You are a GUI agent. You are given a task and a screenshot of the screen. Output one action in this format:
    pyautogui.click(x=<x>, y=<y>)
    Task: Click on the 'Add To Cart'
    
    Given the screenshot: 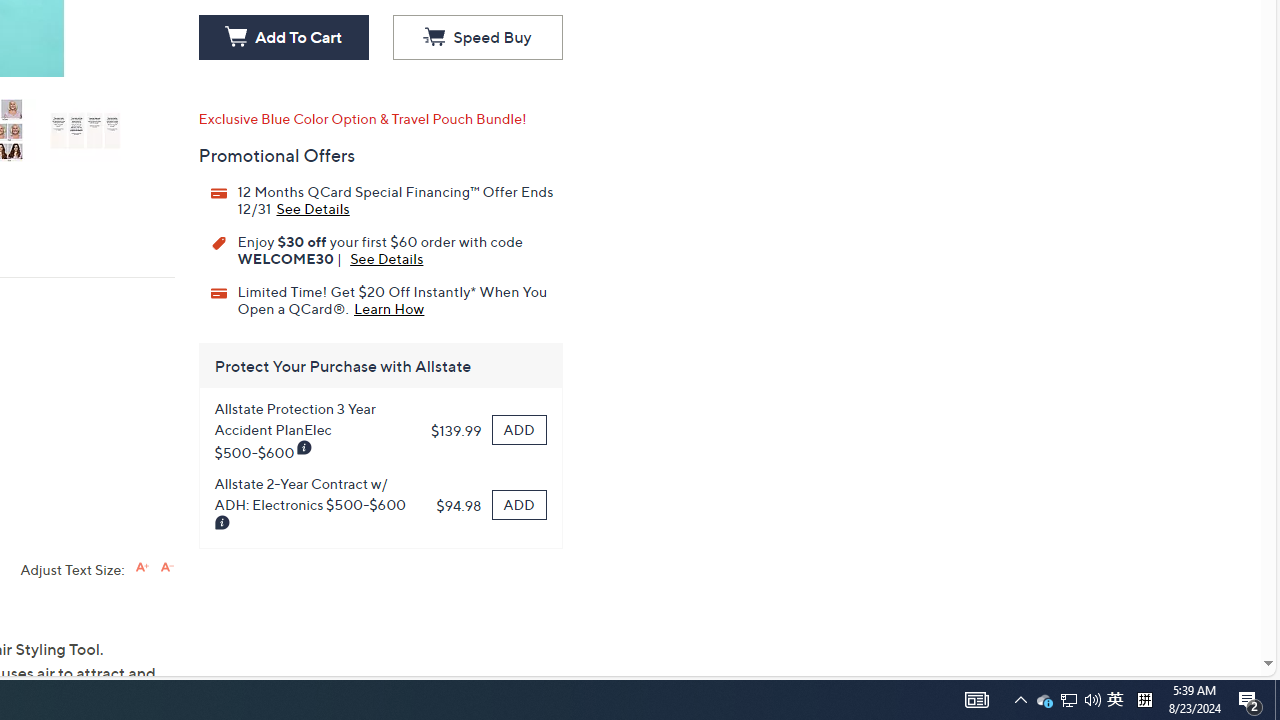 What is the action you would take?
    pyautogui.click(x=282, y=38)
    